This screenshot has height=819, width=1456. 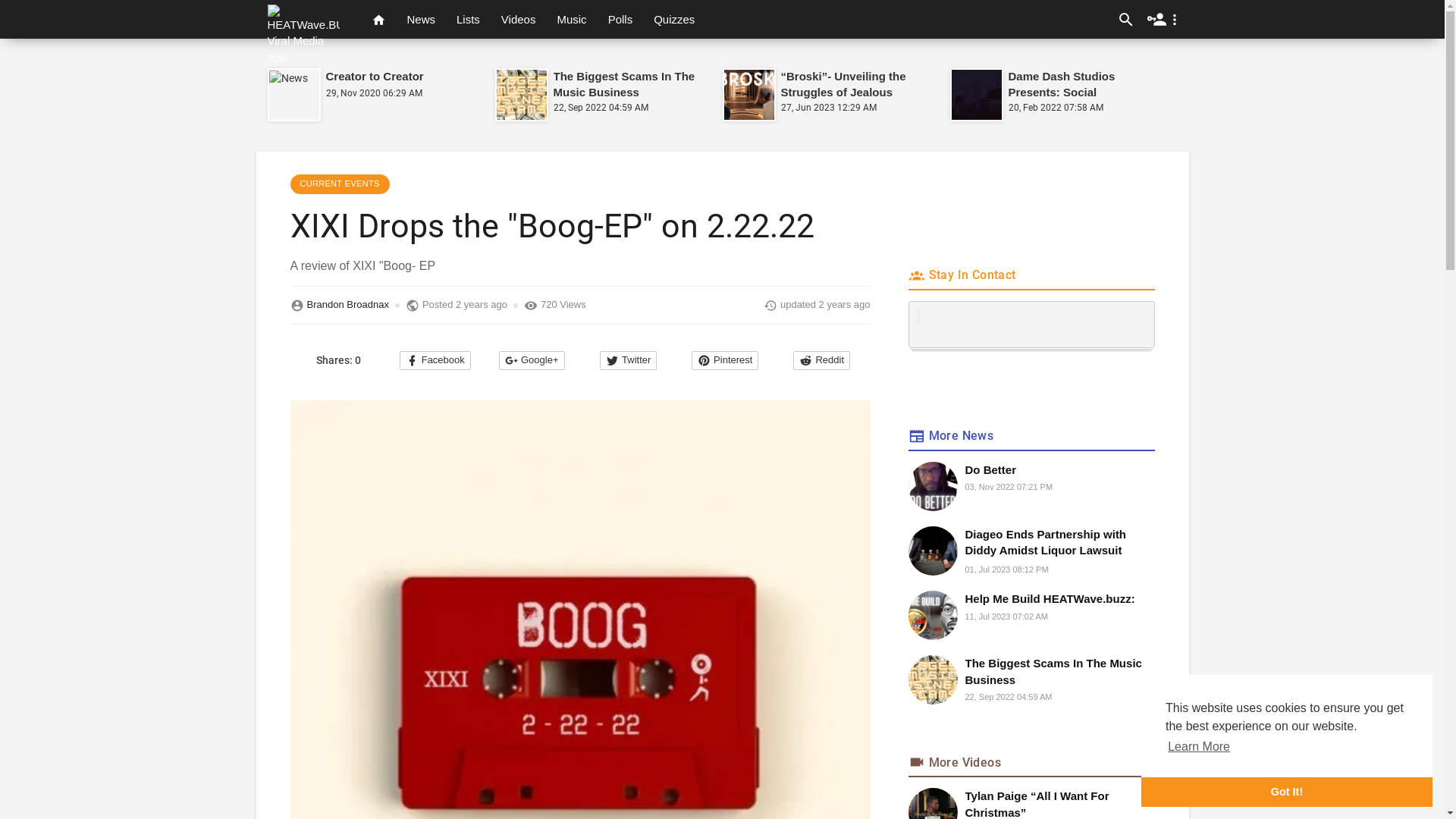 What do you see at coordinates (378, 19) in the screenshot?
I see `'Home'` at bounding box center [378, 19].